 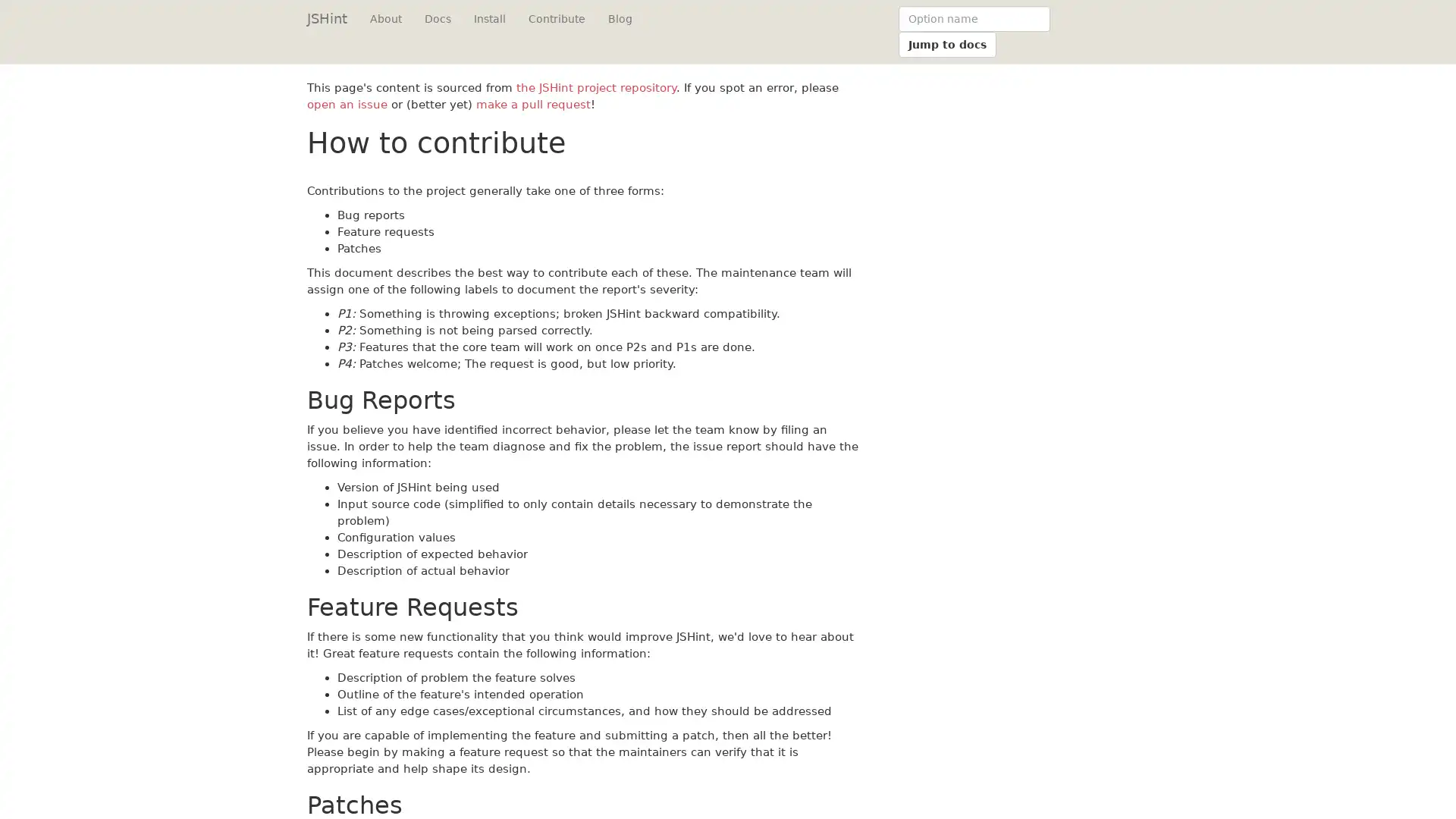 What do you see at coordinates (946, 43) in the screenshot?
I see `Jump to docs` at bounding box center [946, 43].